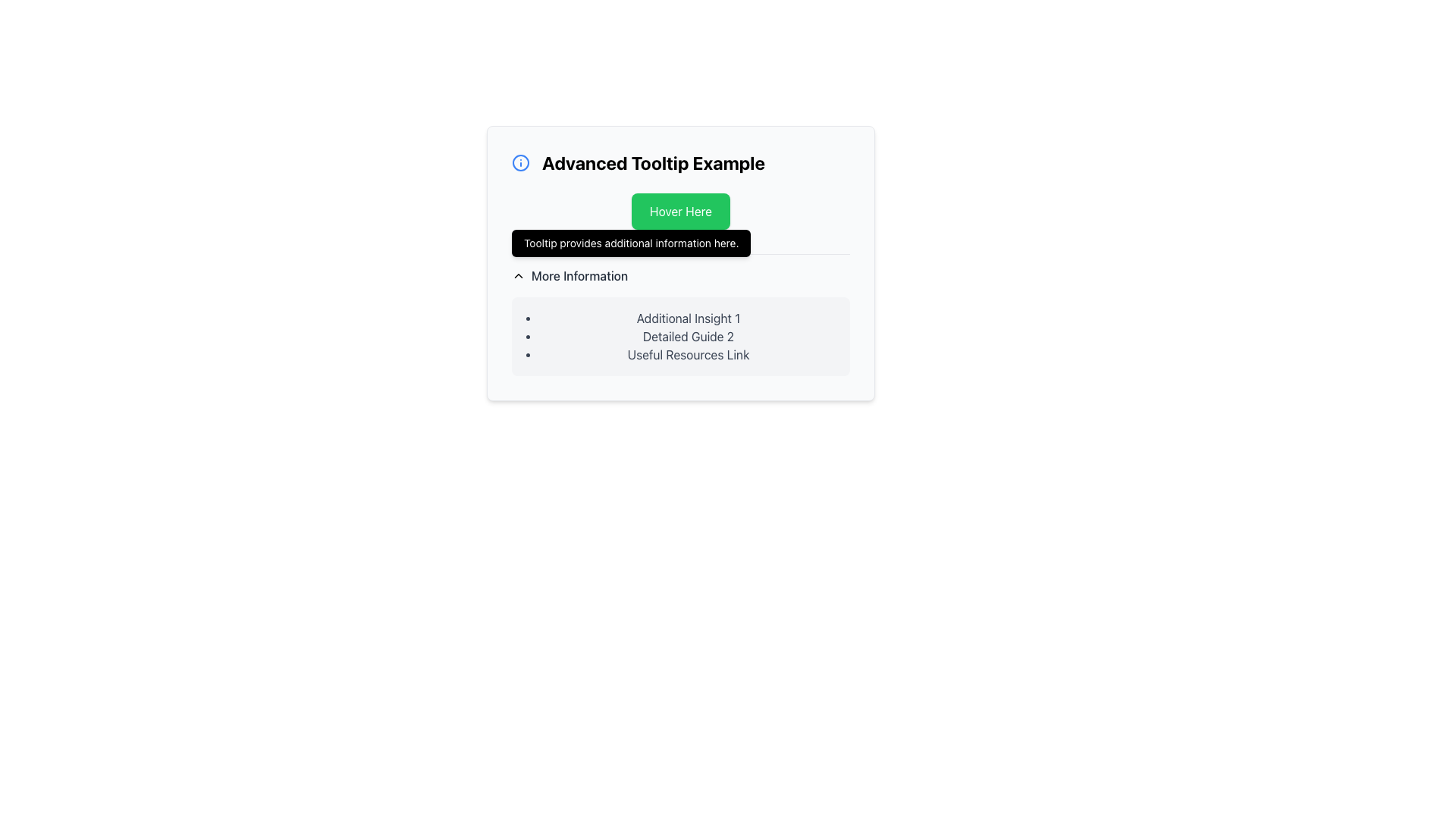 The image size is (1456, 819). What do you see at coordinates (520, 163) in the screenshot?
I see `the information indicator icon located to the left of the text 'Advanced Tooltip Example'` at bounding box center [520, 163].